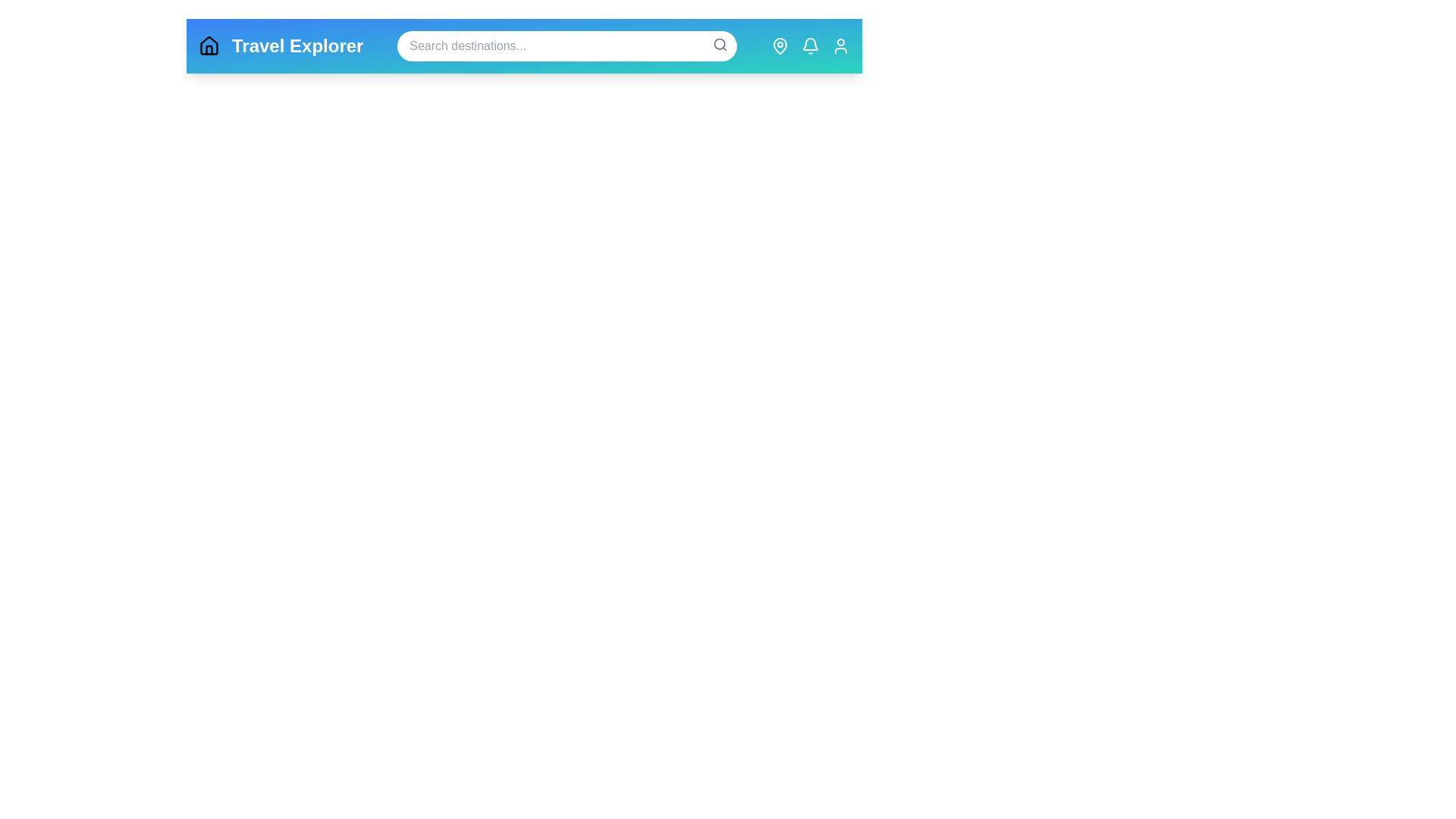 The image size is (1456, 819). What do you see at coordinates (720, 43) in the screenshot?
I see `the search icon to activate the search functionality` at bounding box center [720, 43].